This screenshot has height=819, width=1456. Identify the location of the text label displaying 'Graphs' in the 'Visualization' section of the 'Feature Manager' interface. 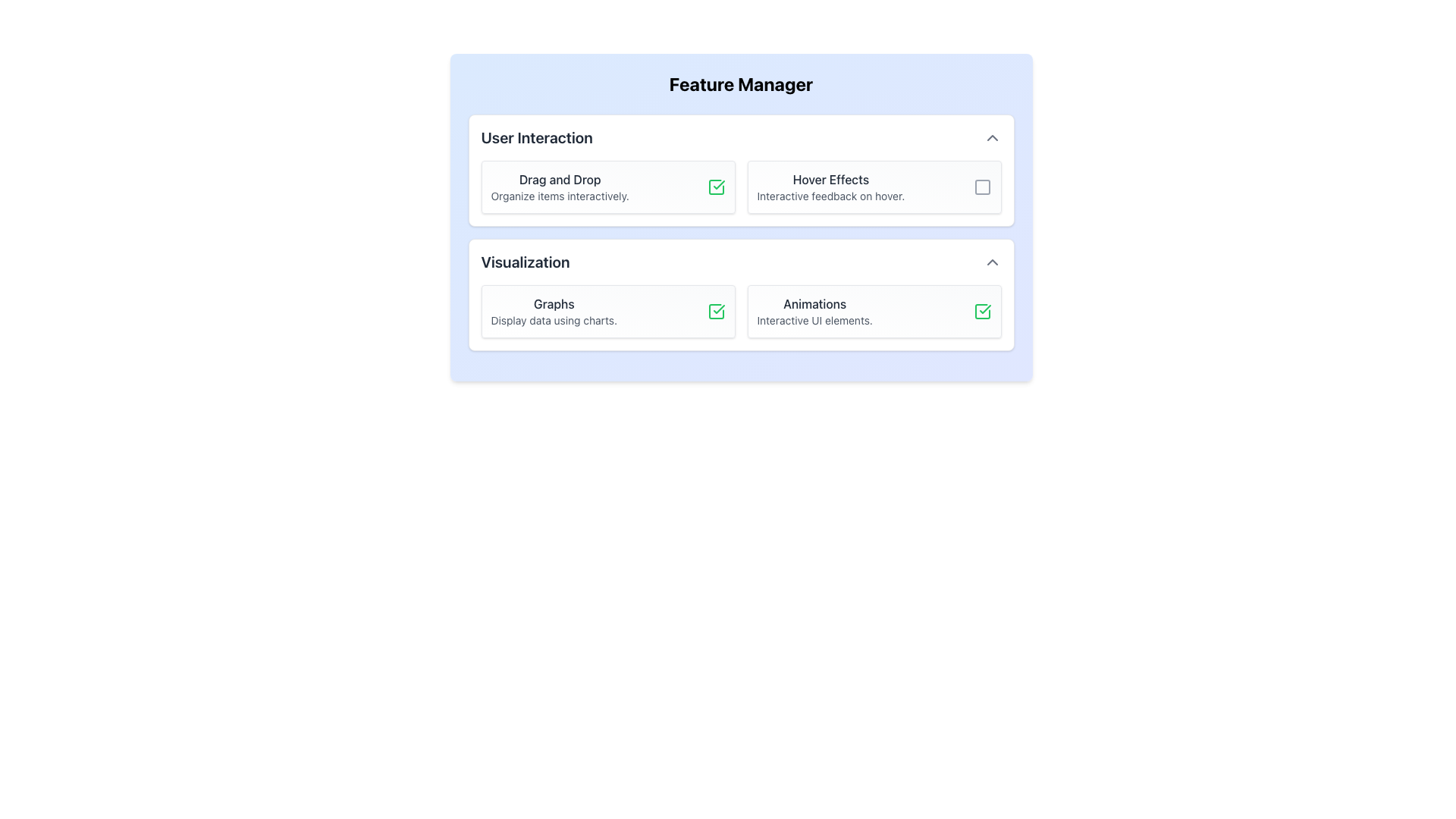
(553, 304).